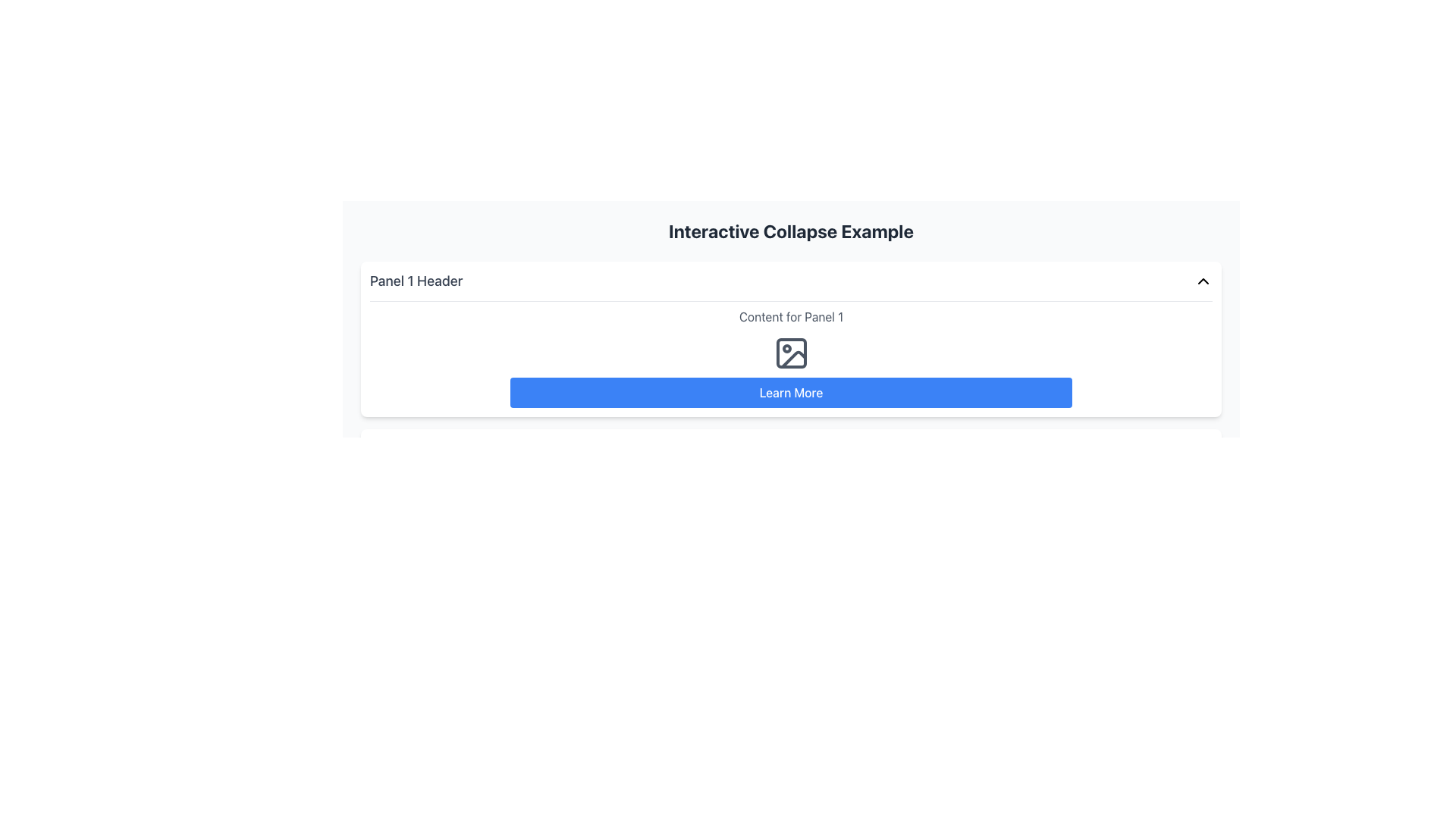  I want to click on the 'Learn More' button with rounded corners and a blue background, so click(790, 391).